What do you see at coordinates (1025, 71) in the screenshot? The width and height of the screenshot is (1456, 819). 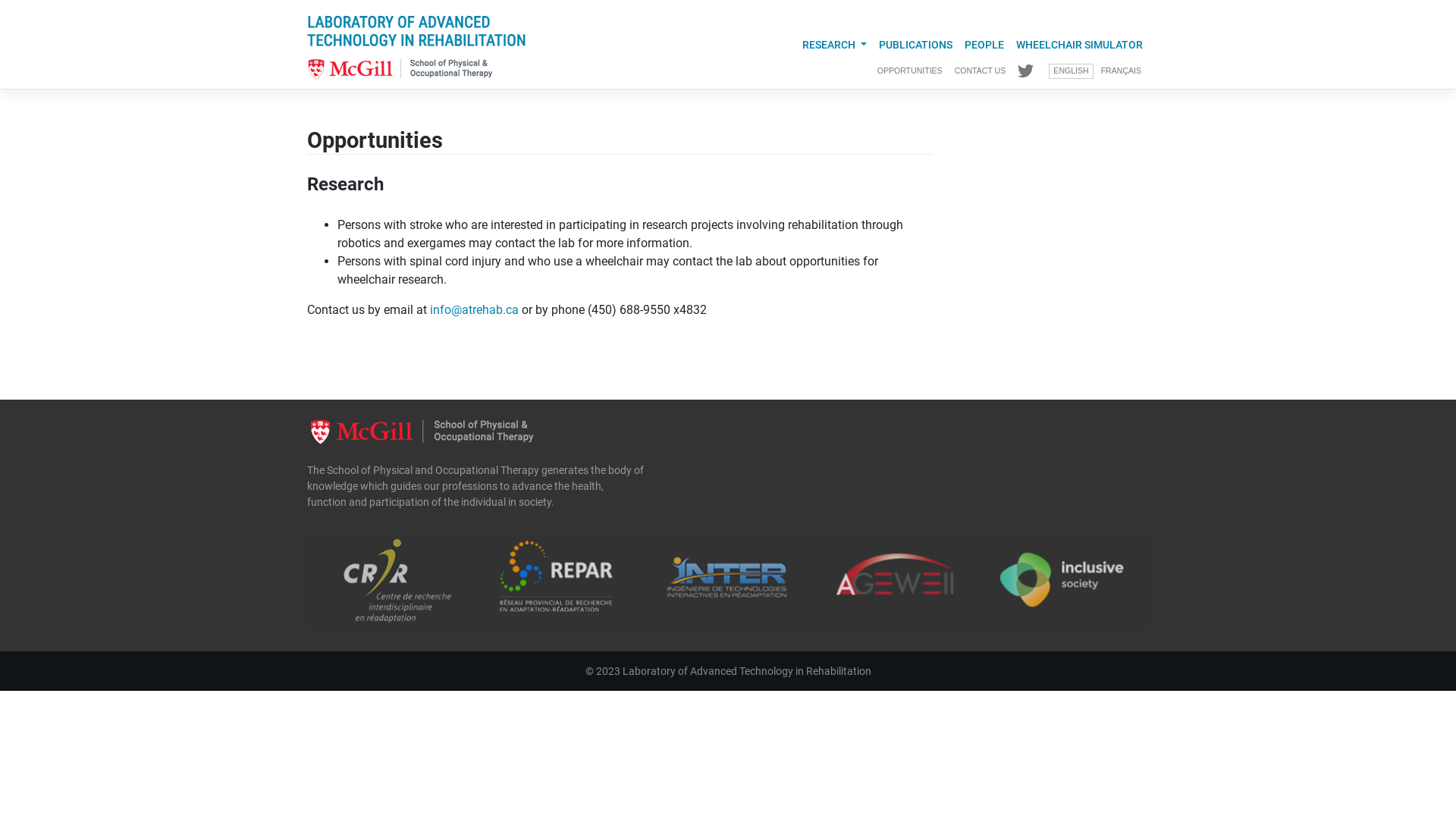 I see `'Twitter'` at bounding box center [1025, 71].